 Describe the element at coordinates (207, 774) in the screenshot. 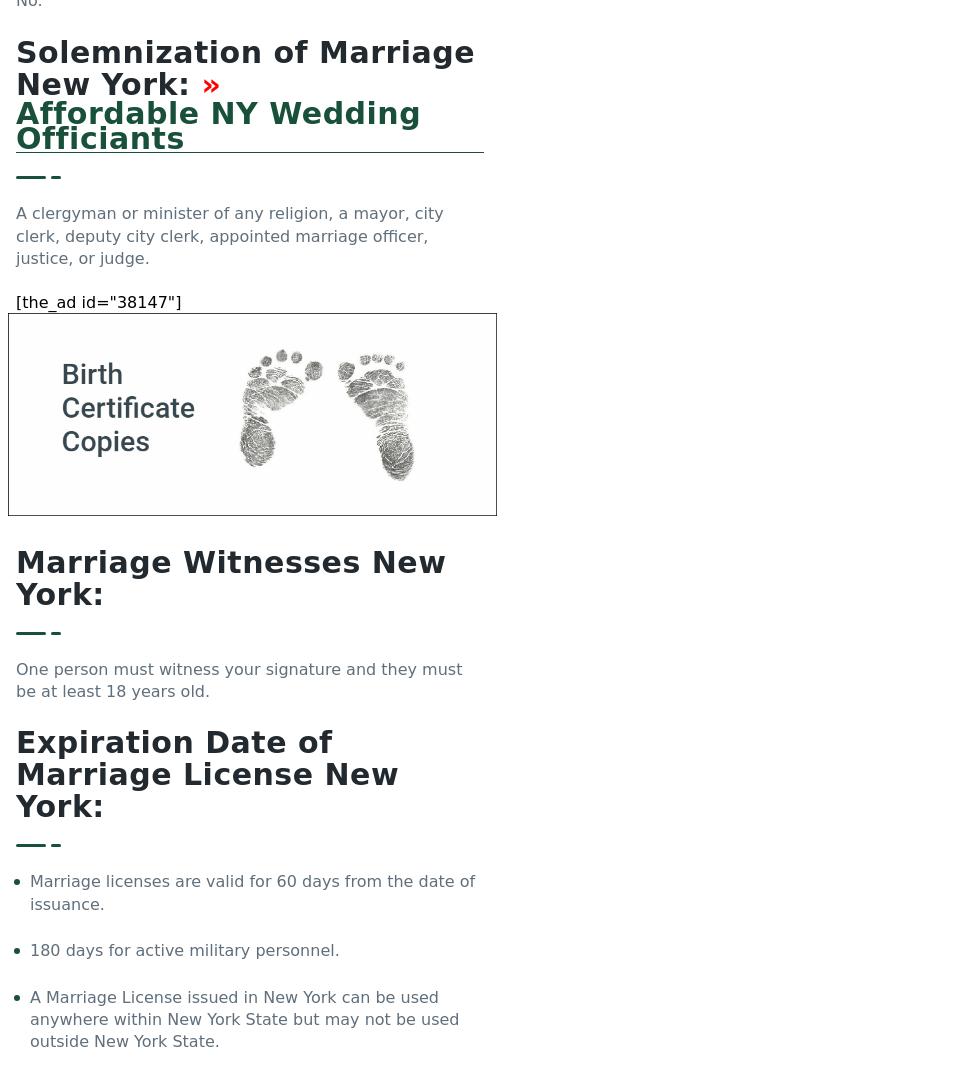

I see `'Expiration Date of Marriage License New York:'` at that location.